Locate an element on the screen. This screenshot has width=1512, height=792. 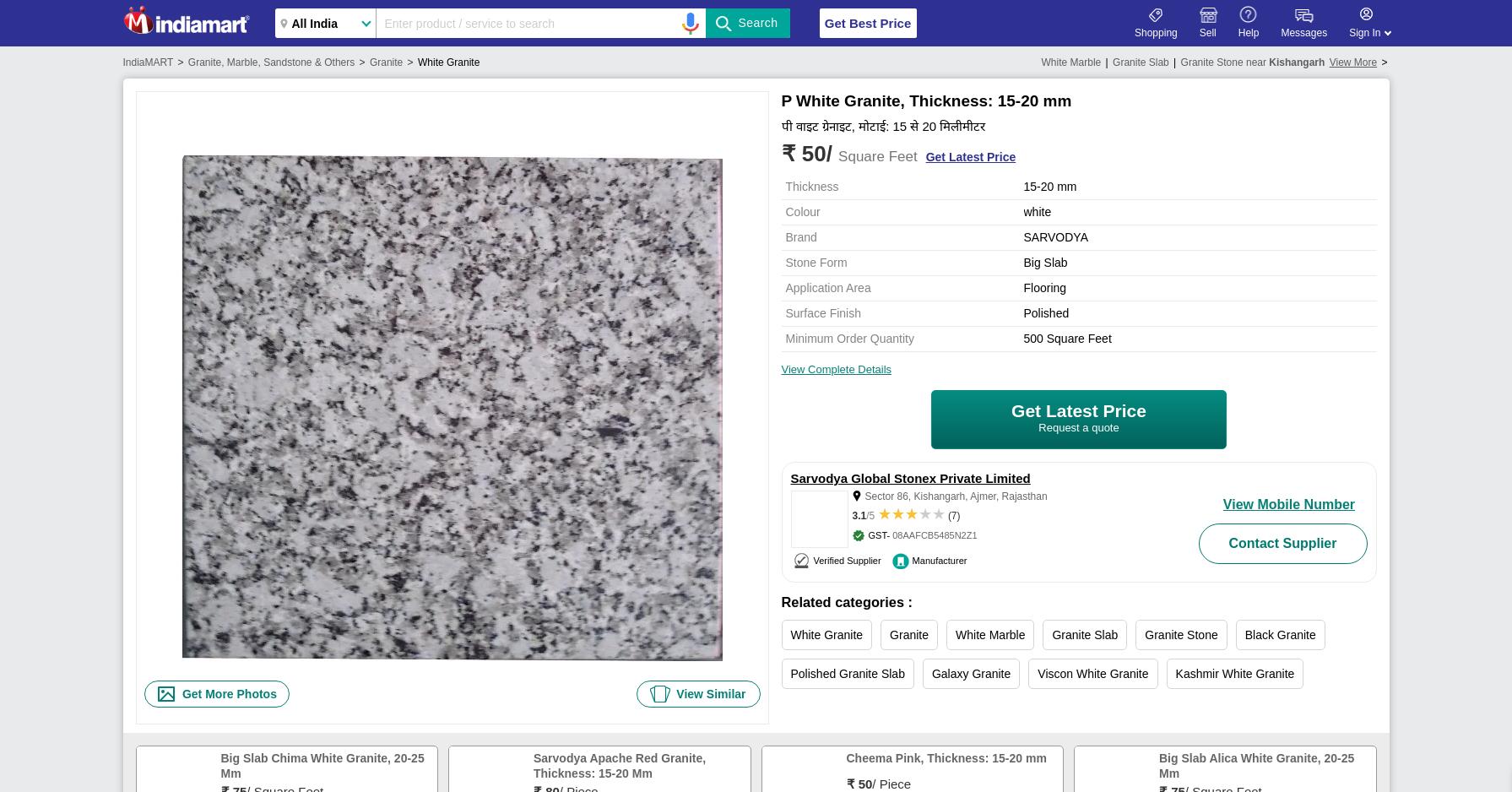
'River White Granite' is located at coordinates (1078, 712).